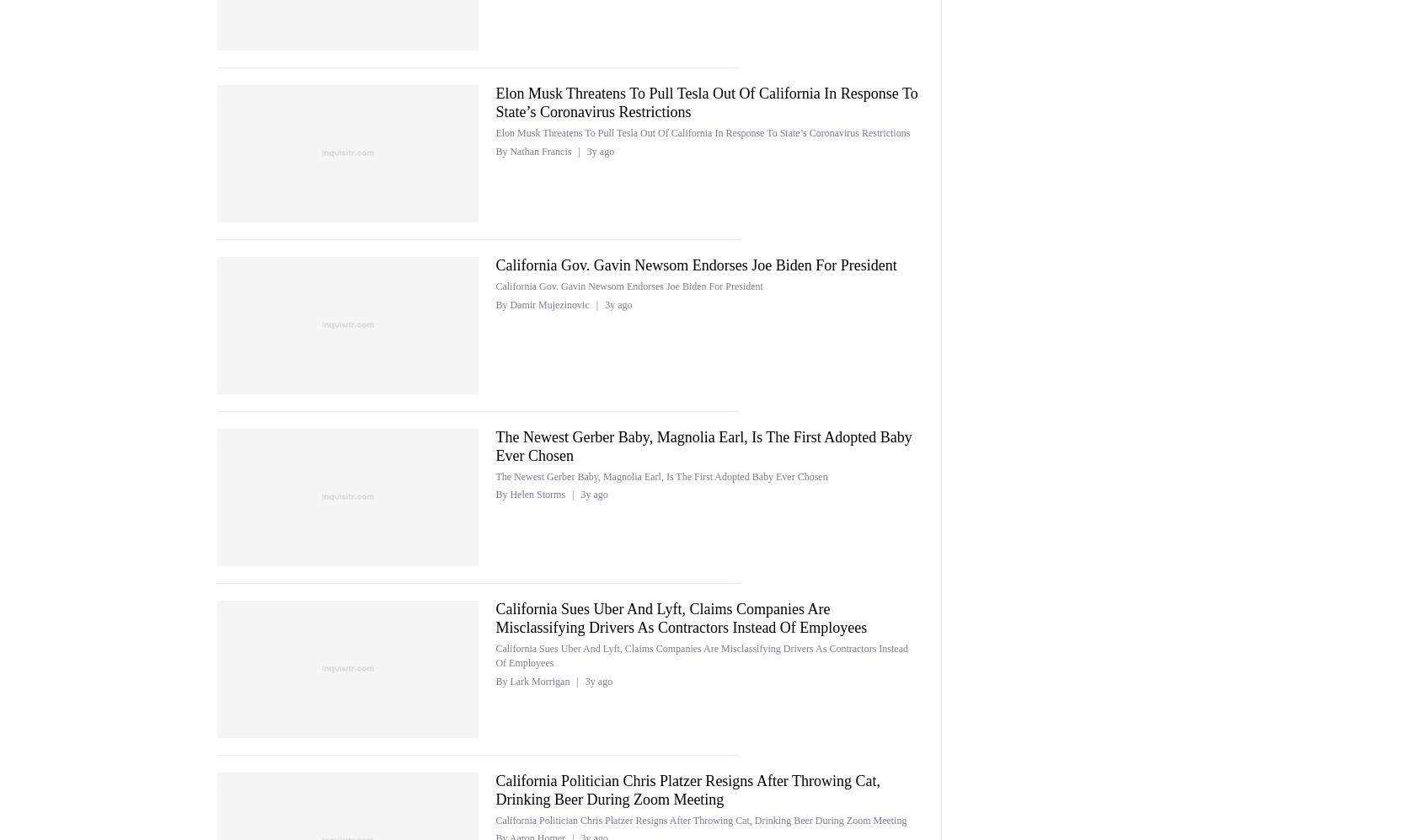 This screenshot has height=840, width=1428. What do you see at coordinates (532, 680) in the screenshot?
I see `'By Lark Morrigan'` at bounding box center [532, 680].